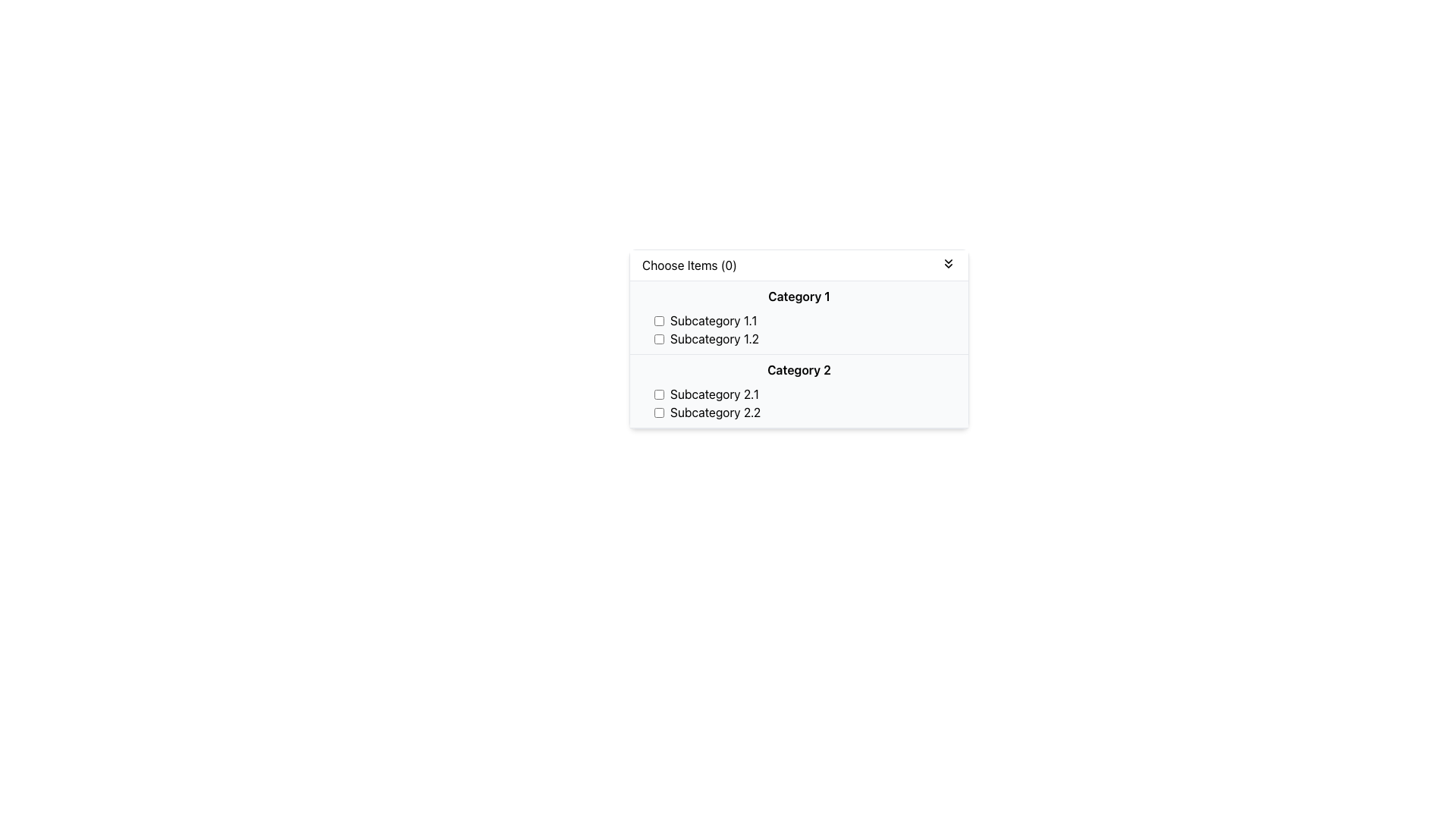 The height and width of the screenshot is (819, 1456). I want to click on the text label displaying 'Category 1', which is styled in bold and larger font, serving as a category header in the list component, so click(799, 296).